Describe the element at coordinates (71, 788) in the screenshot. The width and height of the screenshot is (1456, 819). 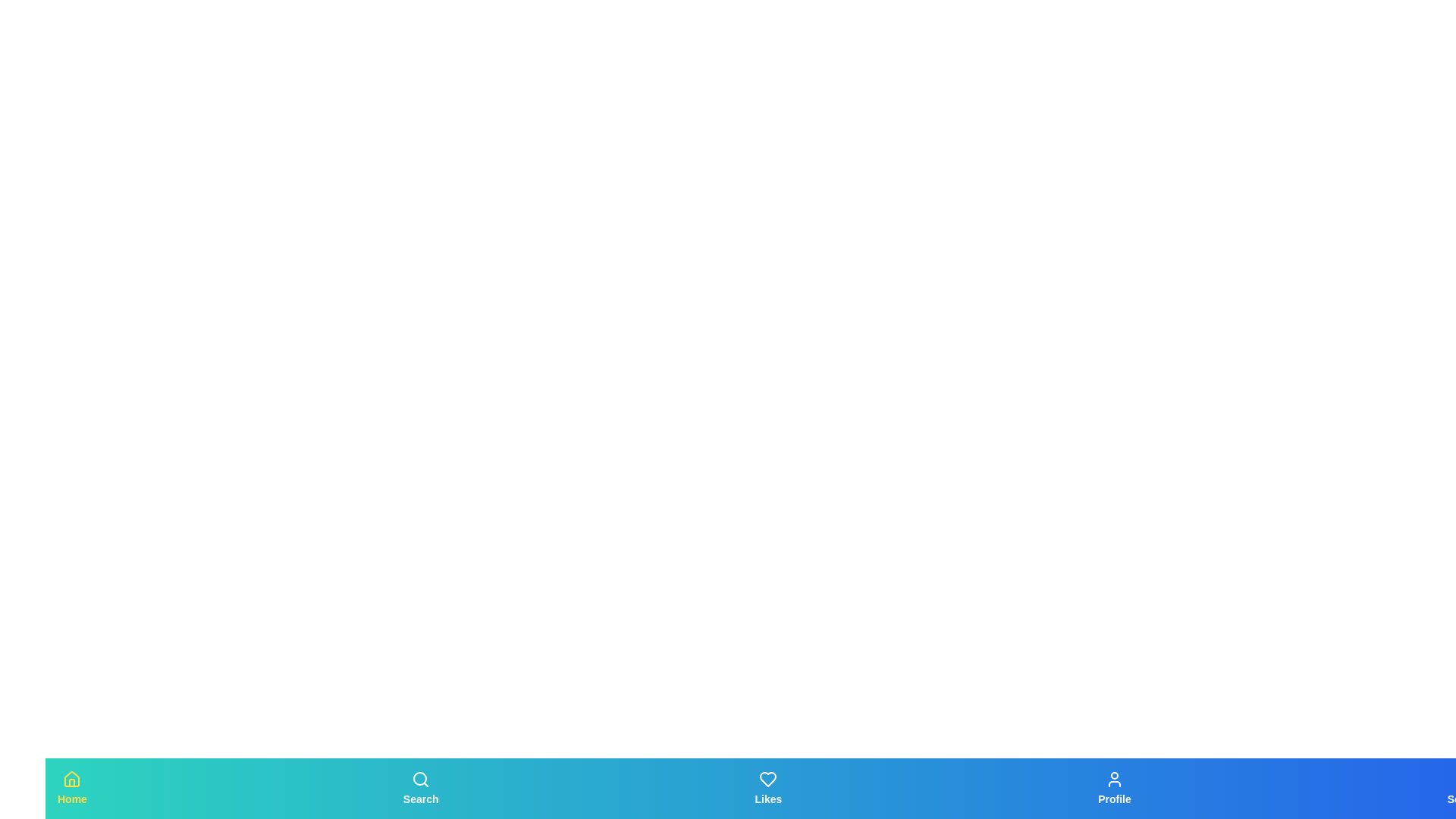
I see `the tab labeled Home to navigate to it` at that location.